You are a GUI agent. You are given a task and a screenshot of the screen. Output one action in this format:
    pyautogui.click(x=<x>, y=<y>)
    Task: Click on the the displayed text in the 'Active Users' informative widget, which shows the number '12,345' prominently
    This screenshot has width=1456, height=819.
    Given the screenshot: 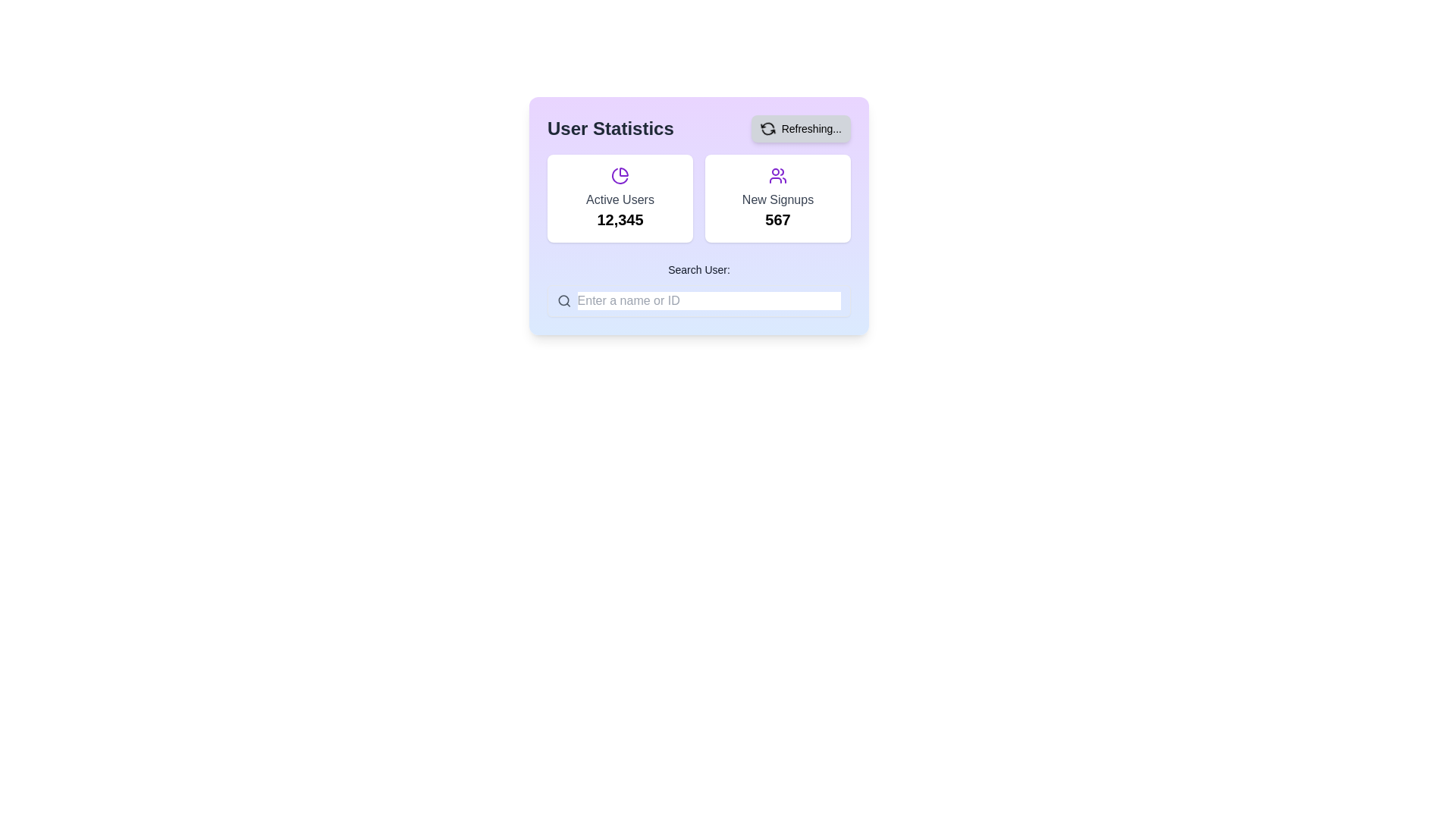 What is the action you would take?
    pyautogui.click(x=620, y=198)
    